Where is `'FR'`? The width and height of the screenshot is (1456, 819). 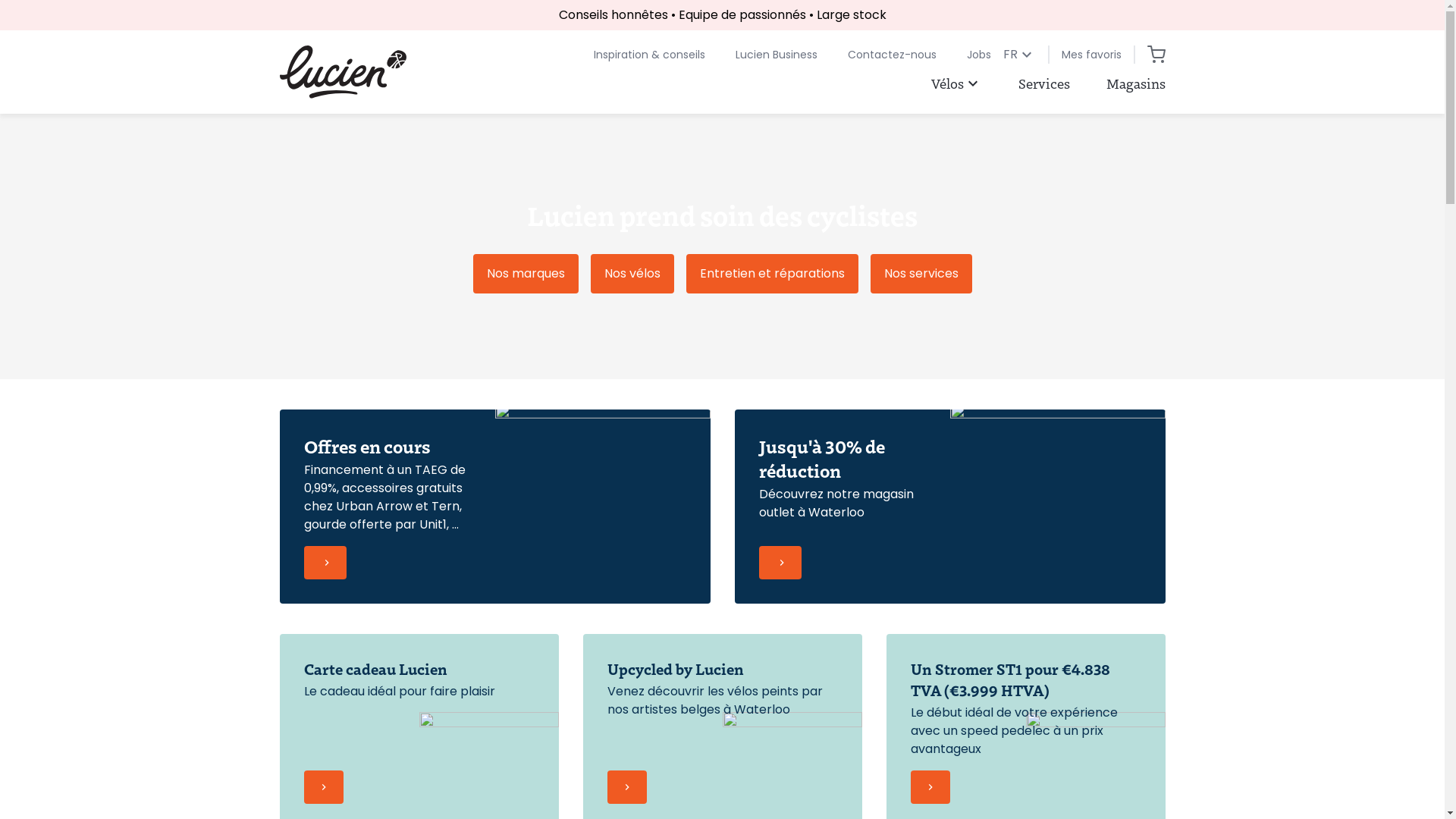 'FR' is located at coordinates (1018, 54).